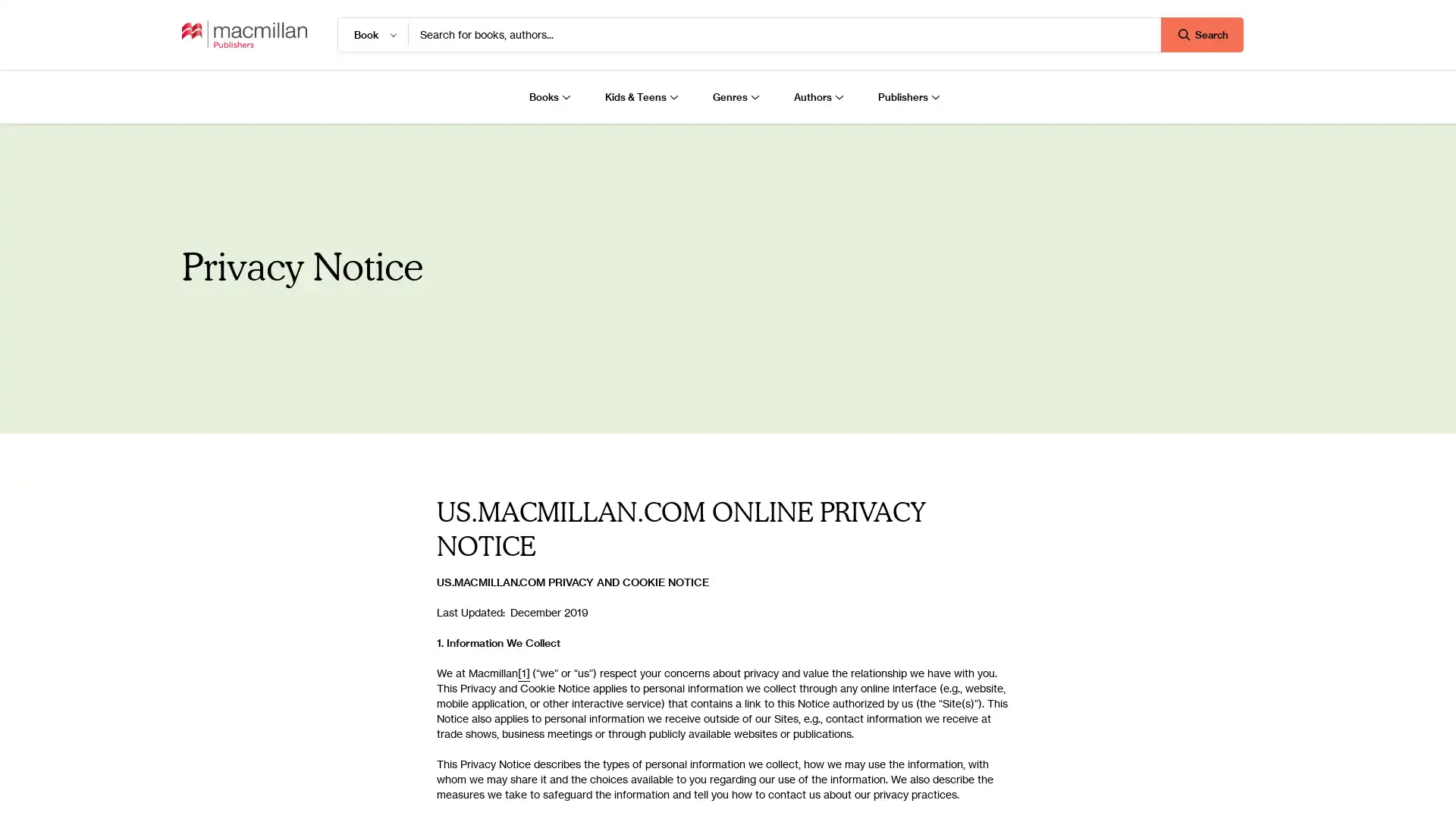 The height and width of the screenshot is (819, 1456). What do you see at coordinates (1201, 34) in the screenshot?
I see `Search` at bounding box center [1201, 34].